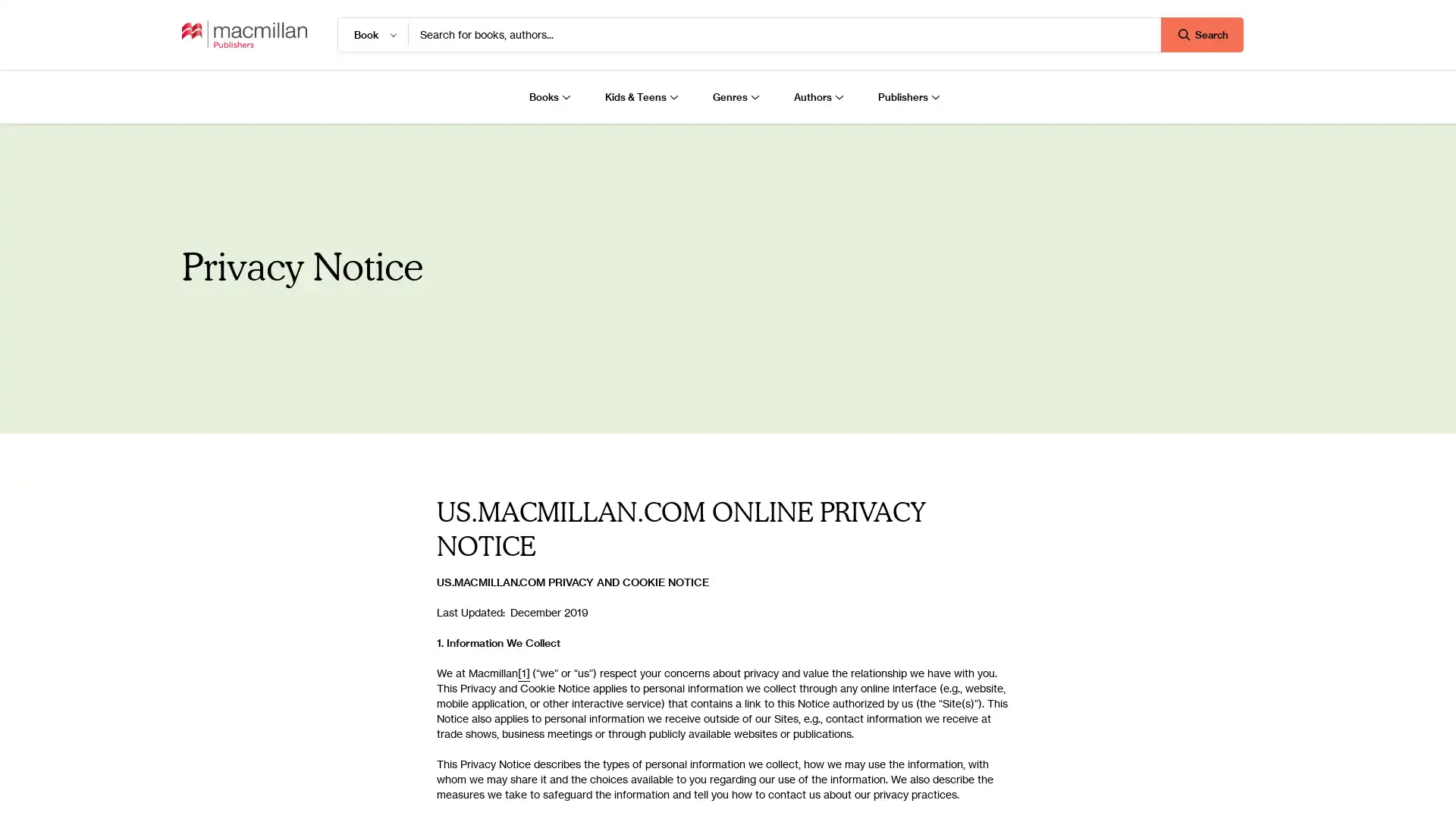 The height and width of the screenshot is (819, 1456). What do you see at coordinates (1201, 34) in the screenshot?
I see `Search` at bounding box center [1201, 34].